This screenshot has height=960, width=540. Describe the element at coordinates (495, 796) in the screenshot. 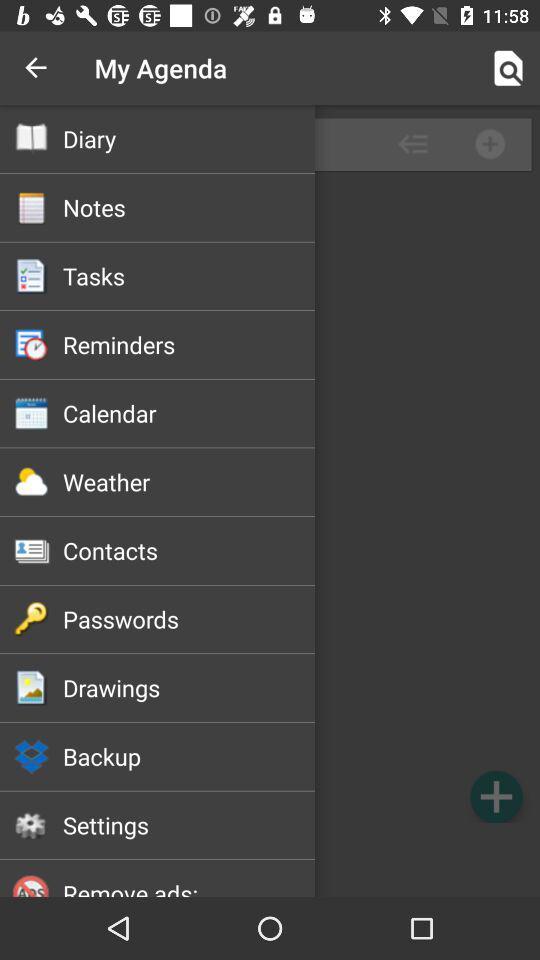

I see `the item to the right of the backup item` at that location.